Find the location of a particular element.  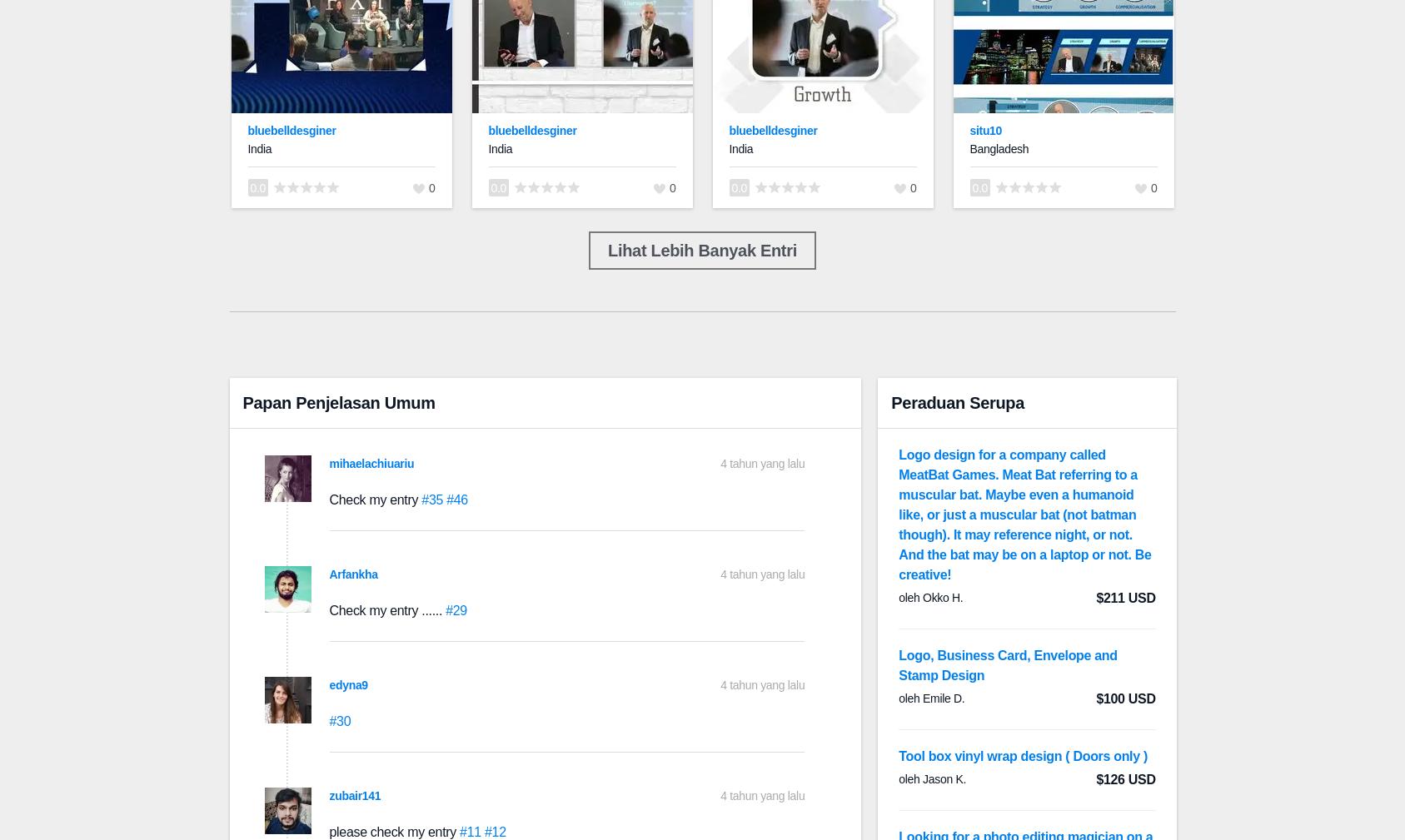

'mihaelachiuariu' is located at coordinates (371, 463).